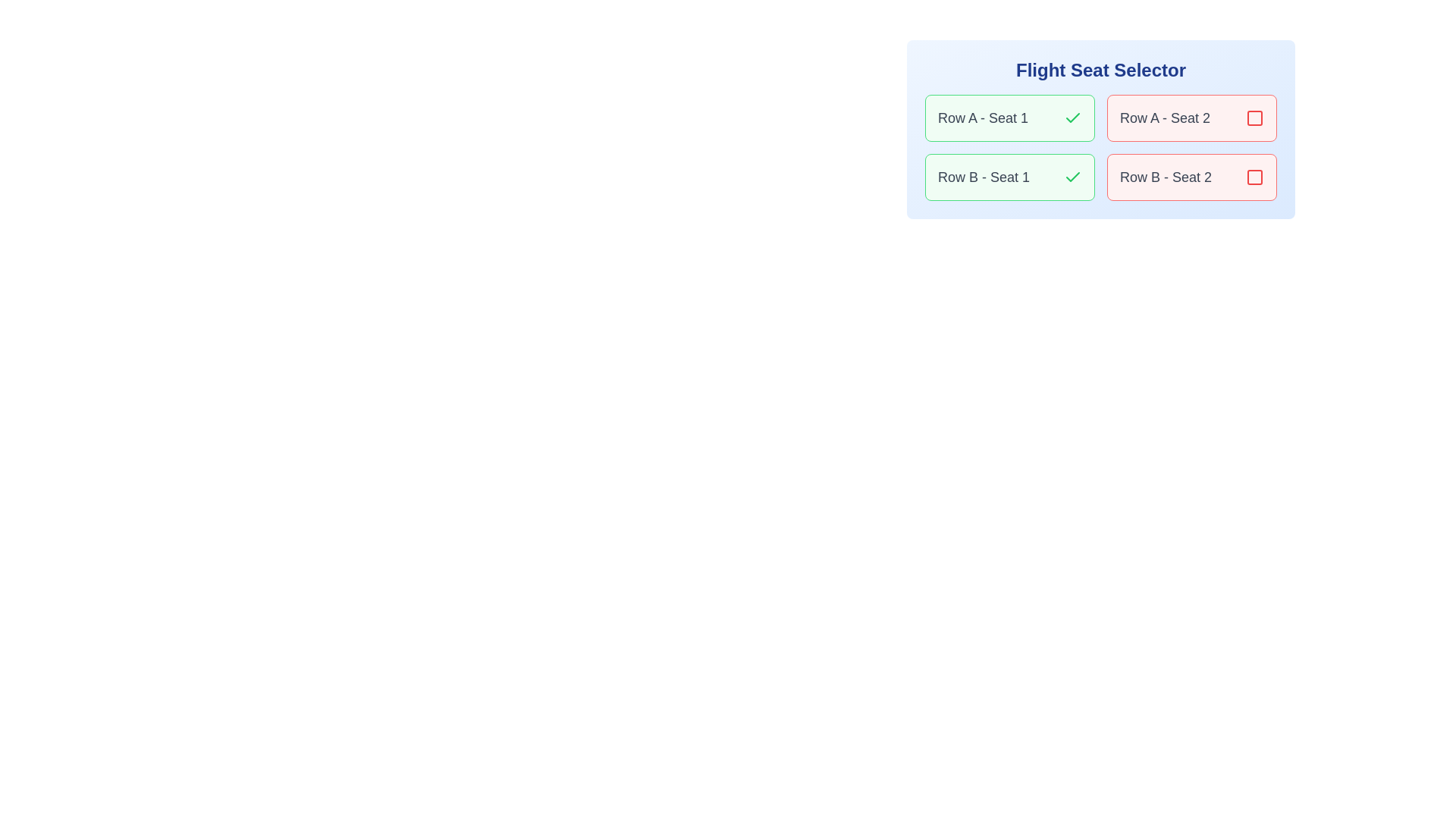  I want to click on the Decorative SVG element that visually represents the unselected state of the 'Row B - Seat 2' button in the seat selection grid, so click(1255, 177).